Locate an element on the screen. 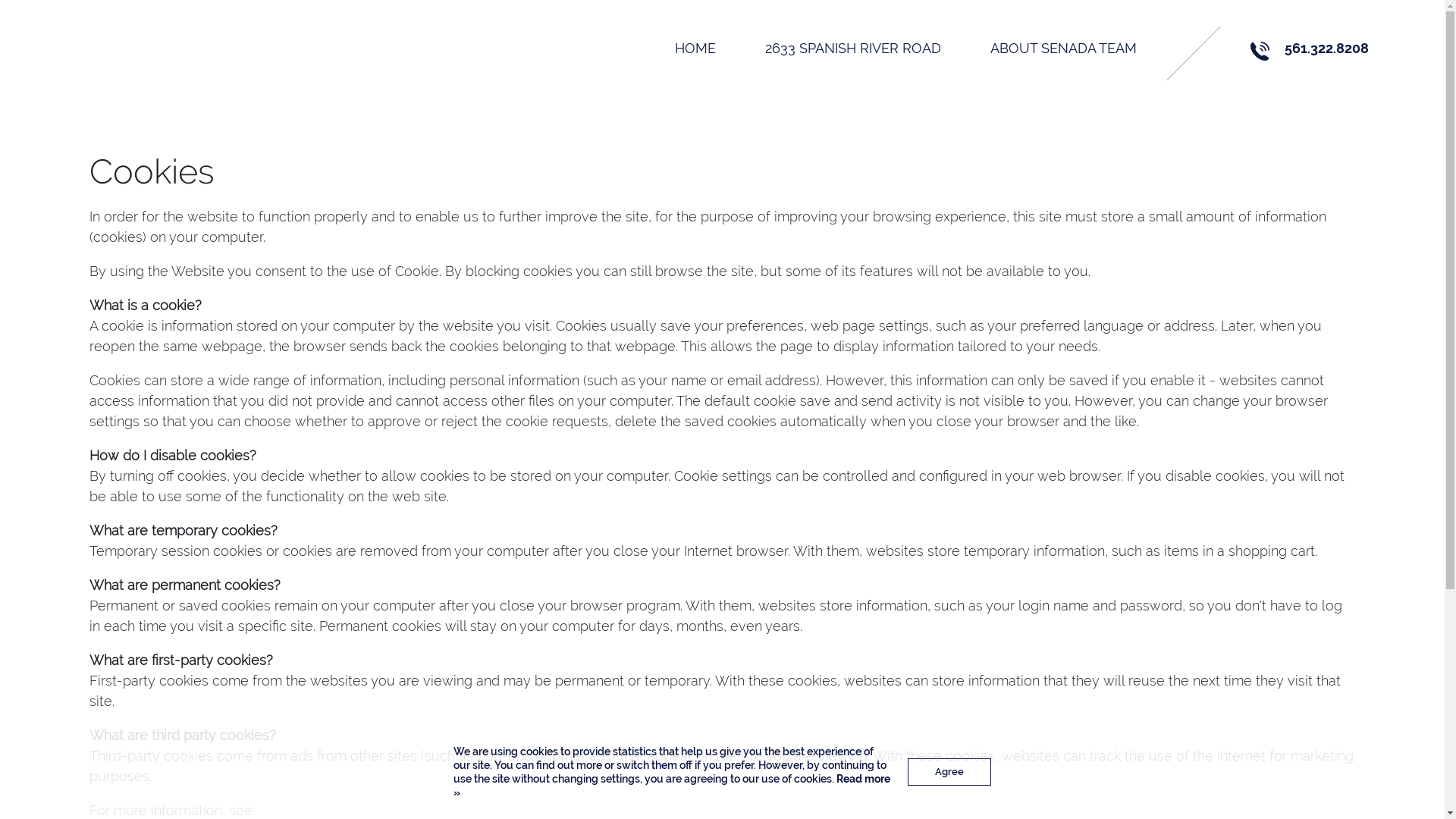 The image size is (1456, 819). 'ABOUT SENADA TEAM' is located at coordinates (1062, 47).